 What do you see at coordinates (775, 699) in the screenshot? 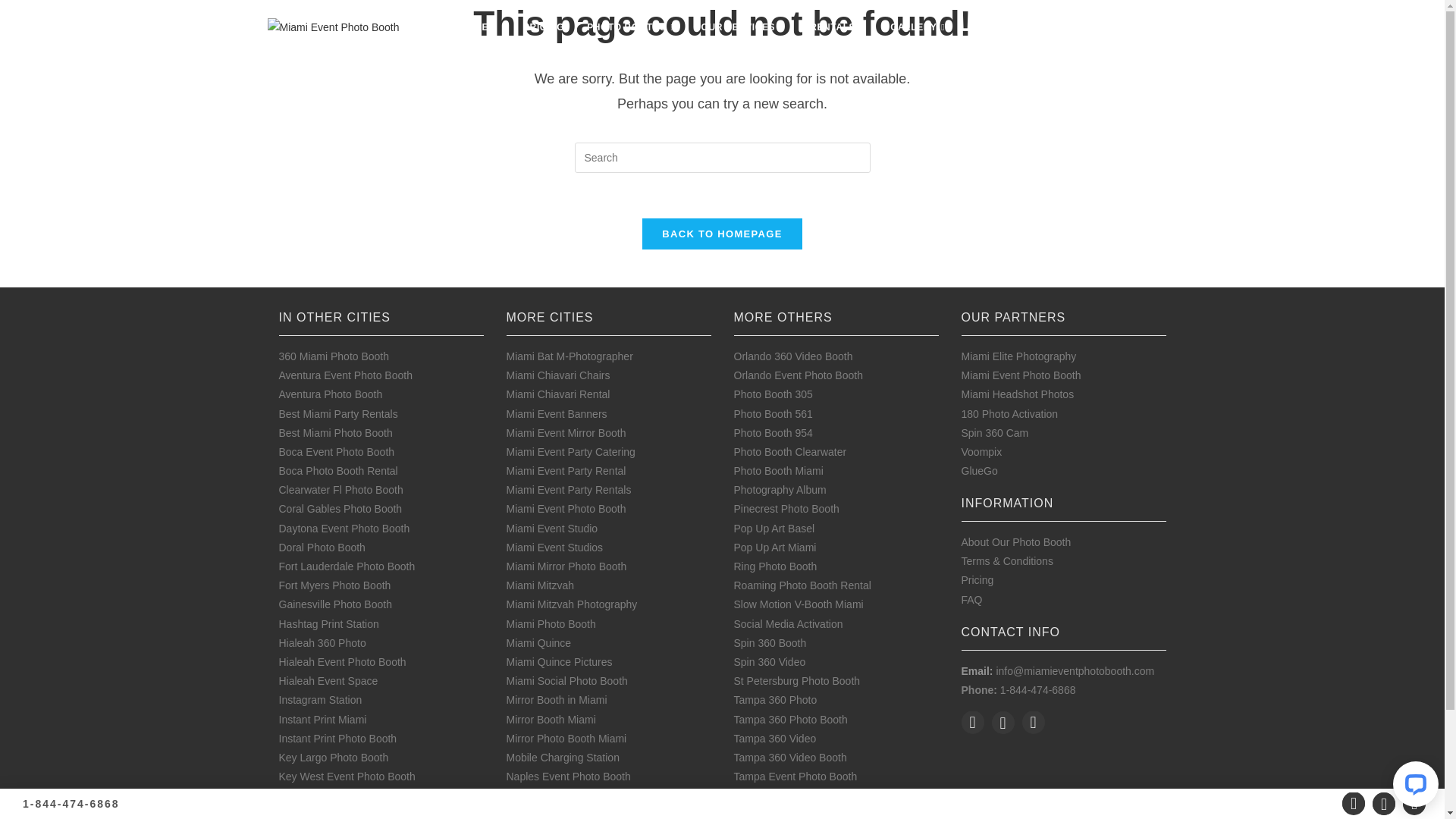
I see `'Tampa 360 Photo'` at bounding box center [775, 699].